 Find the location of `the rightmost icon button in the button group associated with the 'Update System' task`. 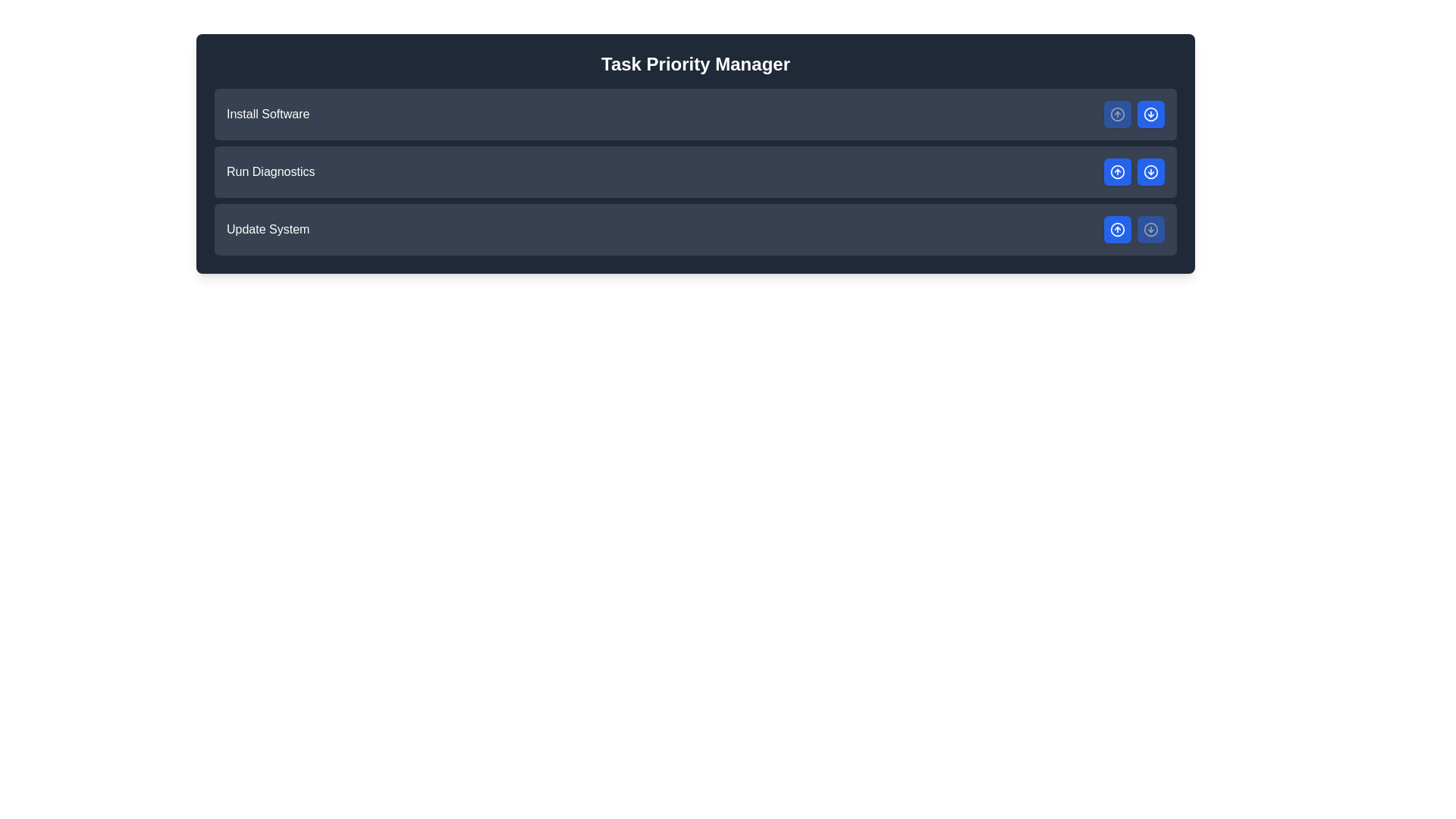

the rightmost icon button in the button group associated with the 'Update System' task is located at coordinates (1150, 230).